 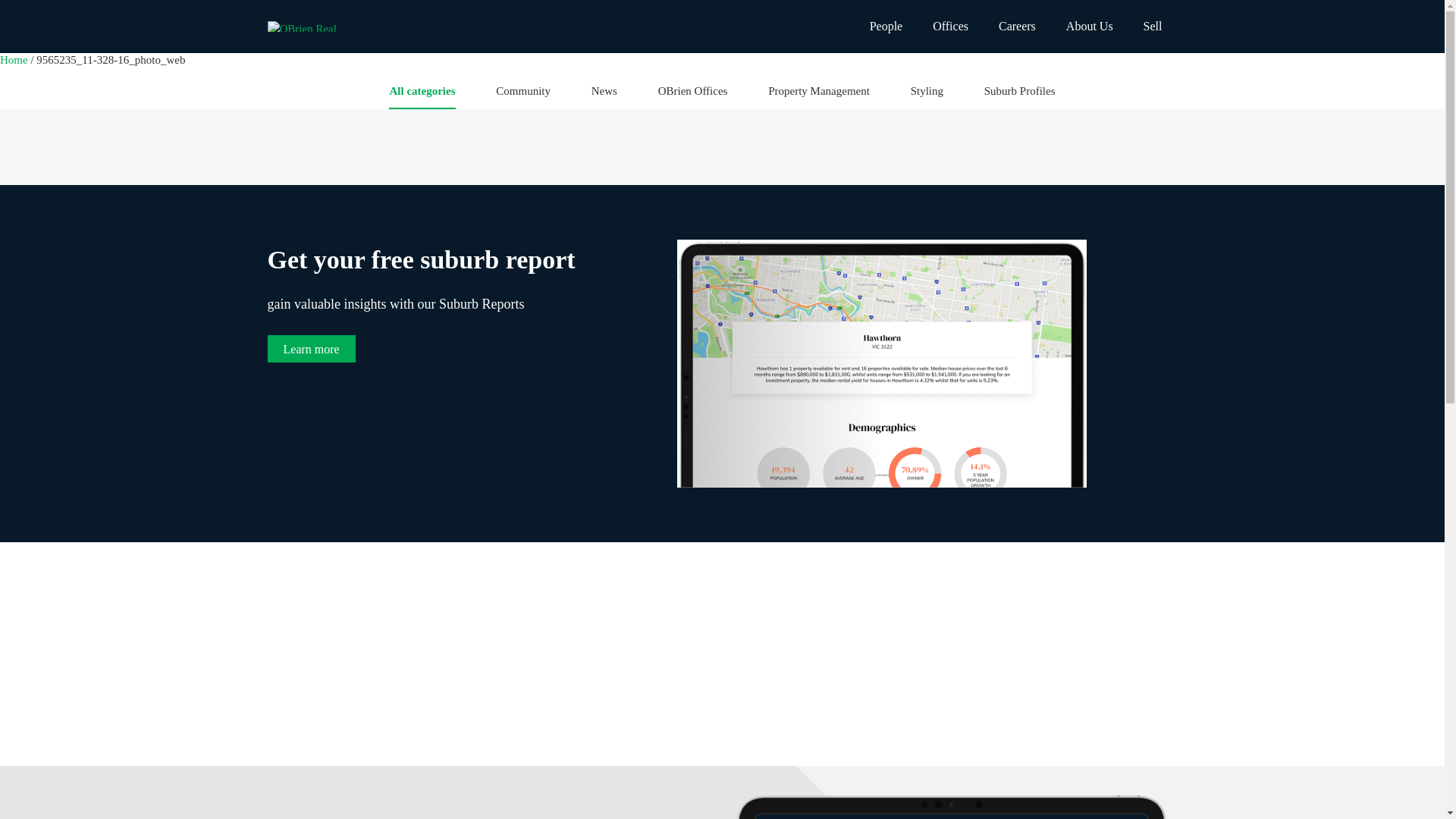 I want to click on 'Careers', so click(x=983, y=26).